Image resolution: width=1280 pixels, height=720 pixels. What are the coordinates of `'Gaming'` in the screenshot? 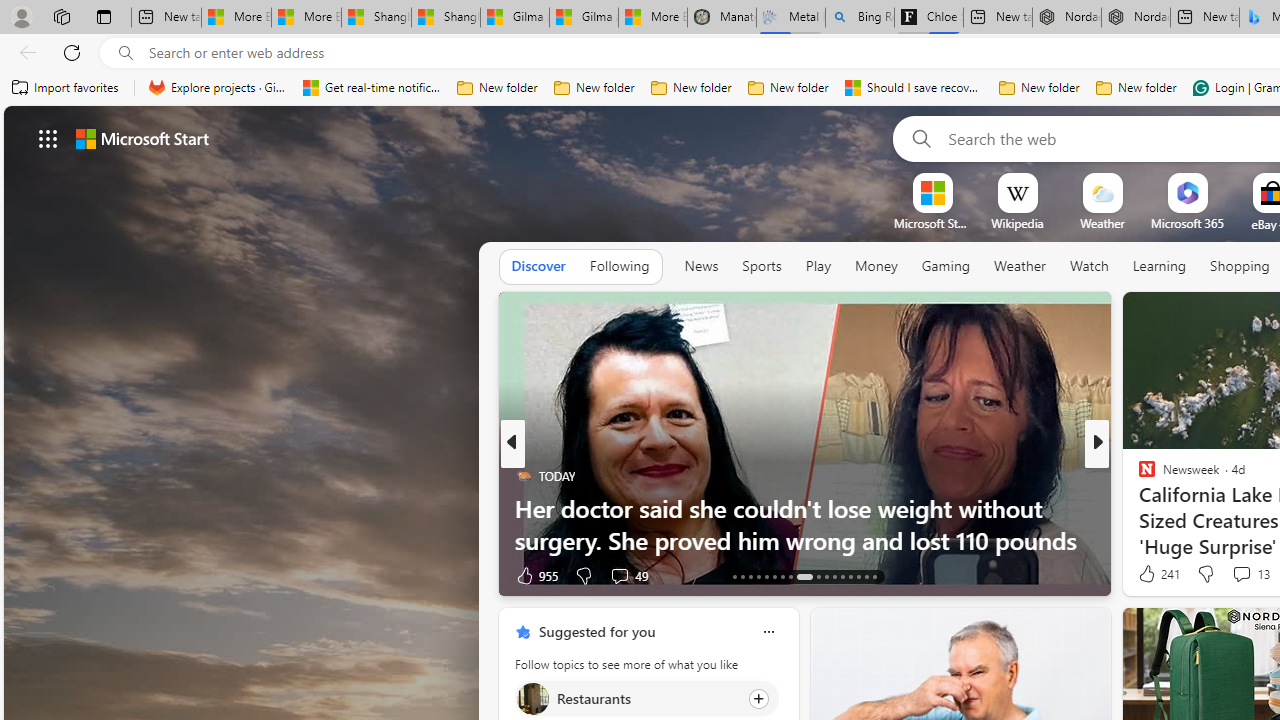 It's located at (944, 266).